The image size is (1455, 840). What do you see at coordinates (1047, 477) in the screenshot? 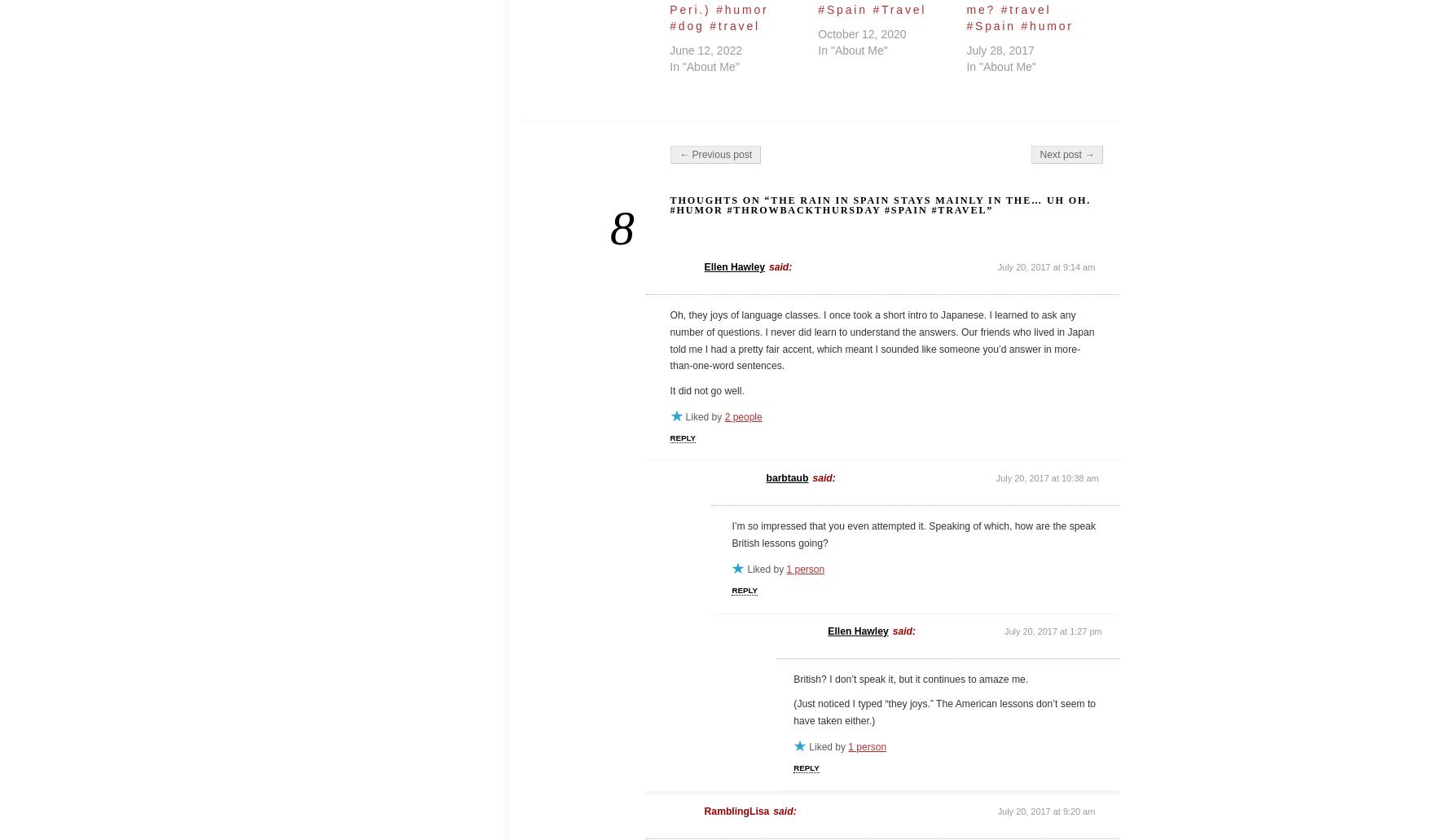
I see `'July 20, 2017 at 10:38 am'` at bounding box center [1047, 477].